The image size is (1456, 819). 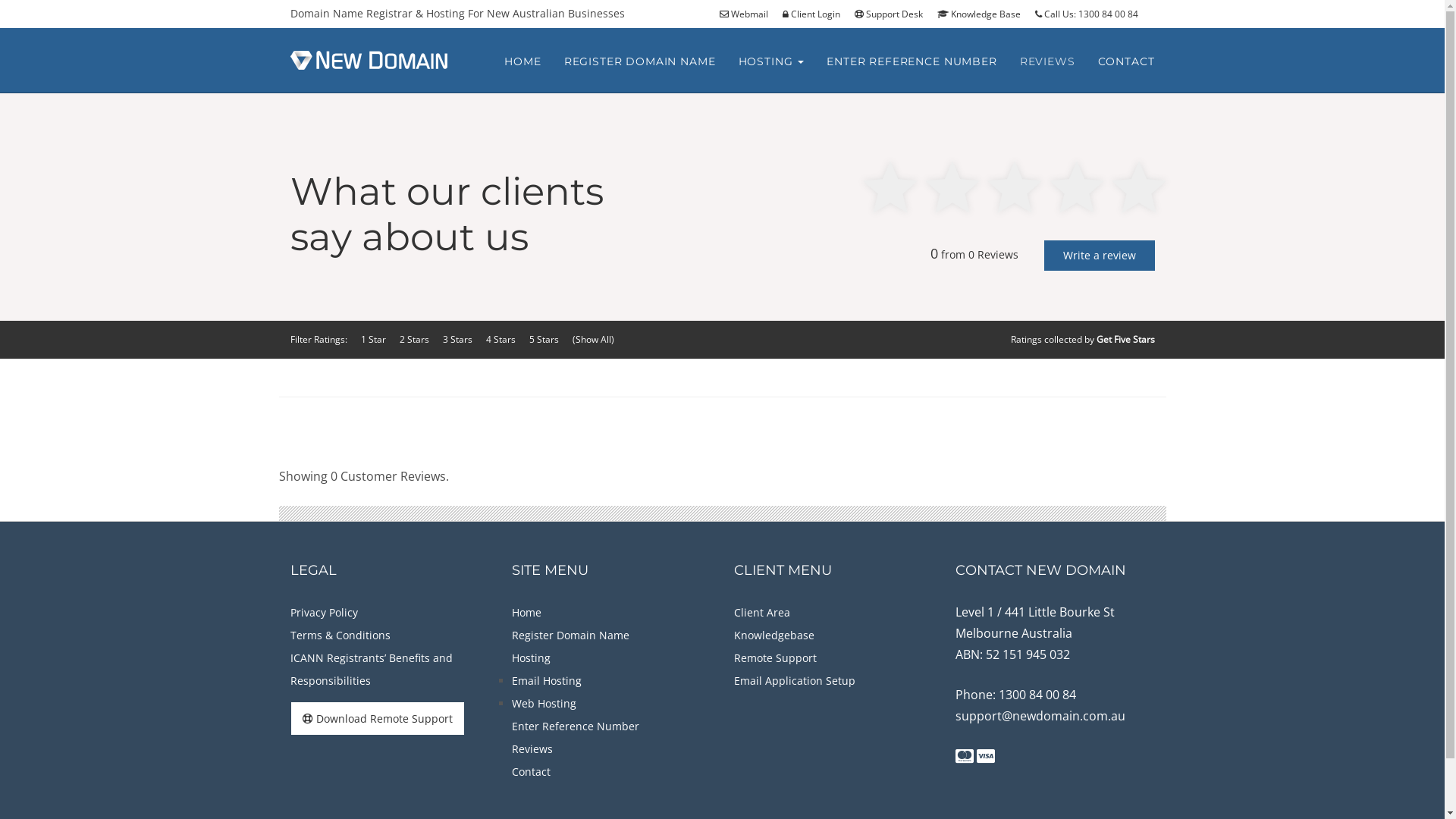 What do you see at coordinates (774, 635) in the screenshot?
I see `'Knowledgebase'` at bounding box center [774, 635].